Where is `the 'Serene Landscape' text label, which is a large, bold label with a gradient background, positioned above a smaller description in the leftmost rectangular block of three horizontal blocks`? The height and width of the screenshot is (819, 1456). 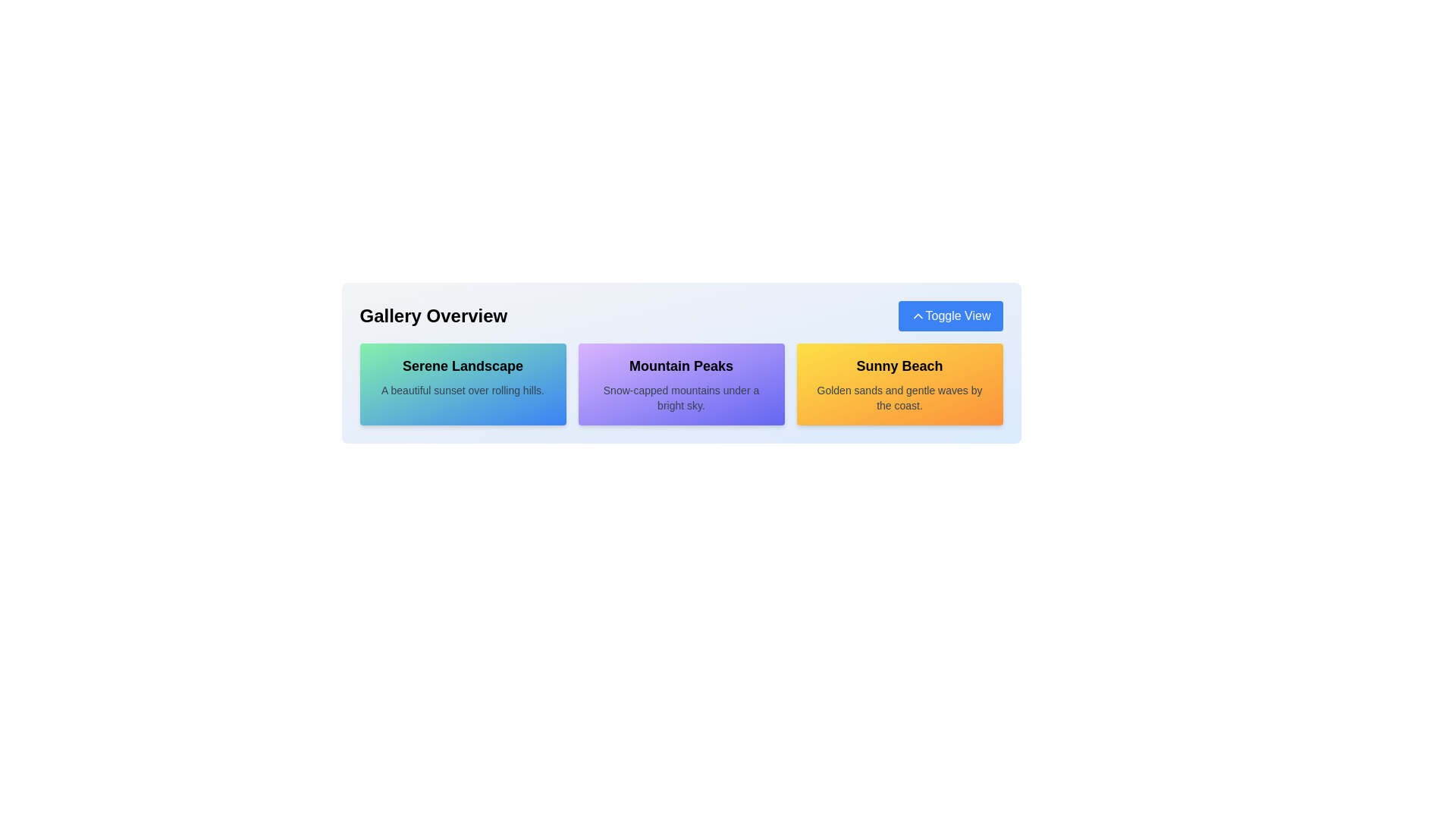 the 'Serene Landscape' text label, which is a large, bold label with a gradient background, positioned above a smaller description in the leftmost rectangular block of three horizontal blocks is located at coordinates (462, 366).